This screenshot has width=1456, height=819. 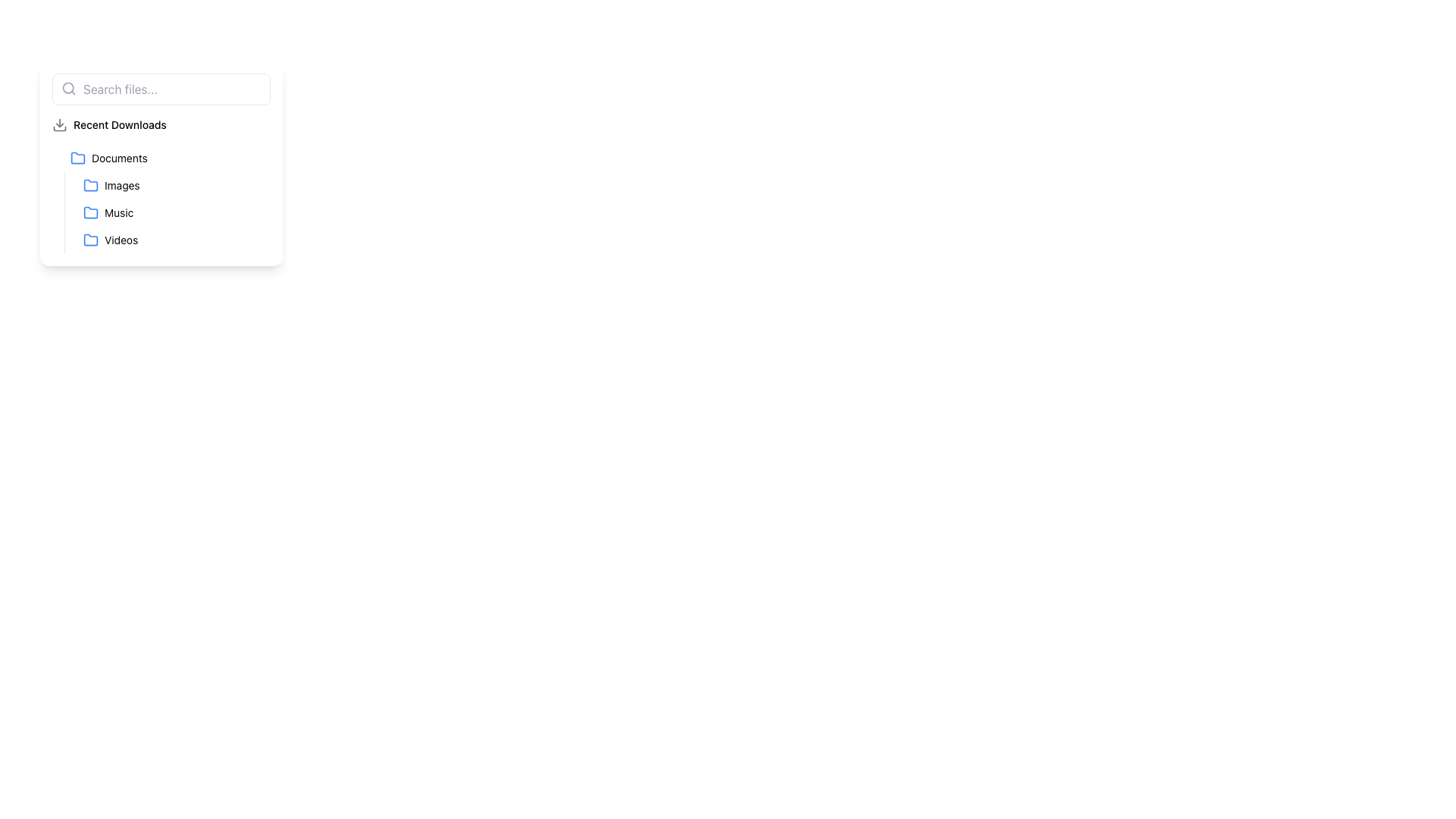 I want to click on the folder icon with a blue outline located in the 'Recent Downloads' section of the file explorer, adjacent to the 'Documents' label, so click(x=77, y=158).